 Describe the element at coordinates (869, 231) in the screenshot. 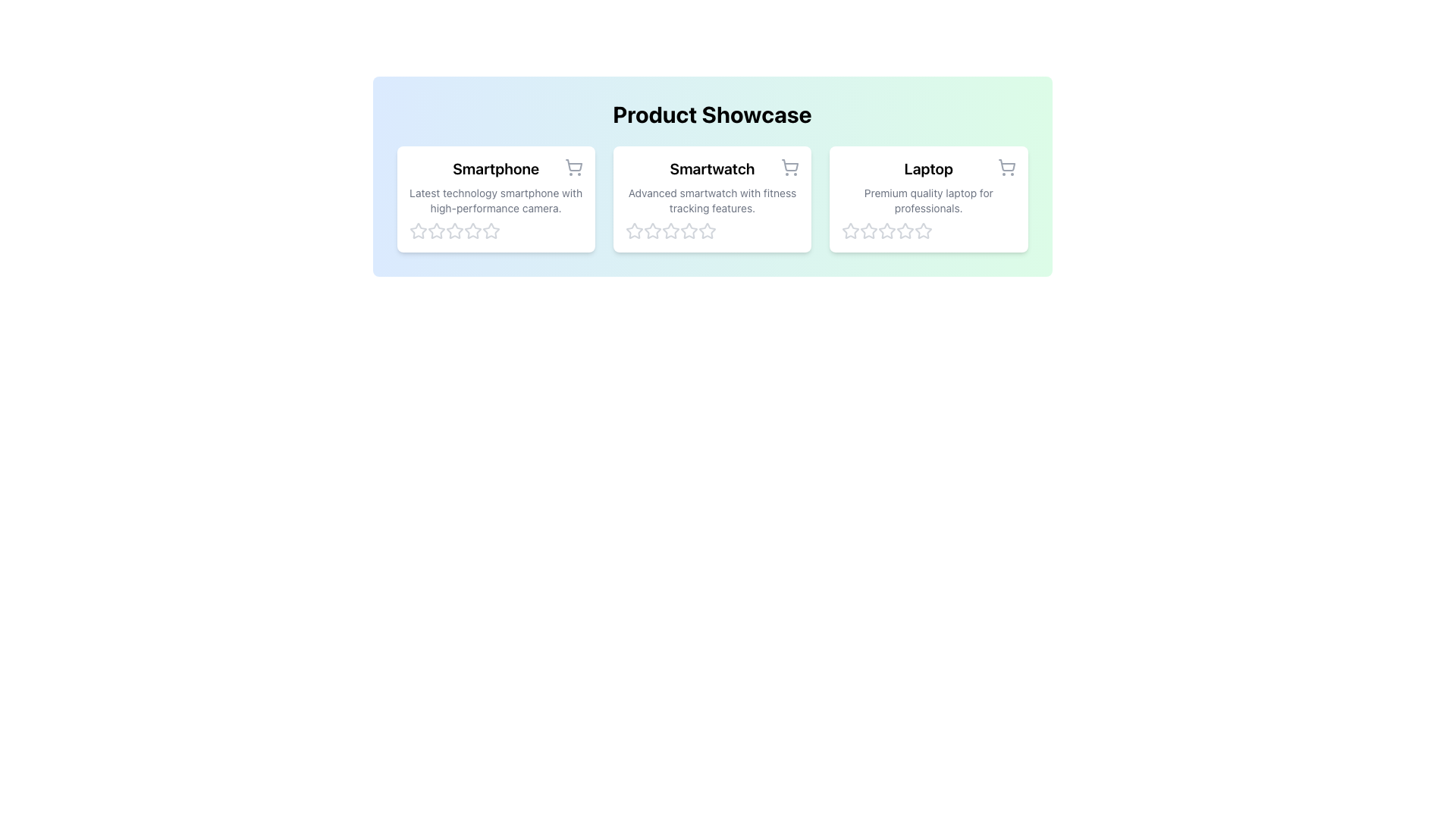

I see `the third Rating Star Icon in the horizontal sequence of five stars below the description for the 'Laptop' product to trigger an interaction effect` at that location.